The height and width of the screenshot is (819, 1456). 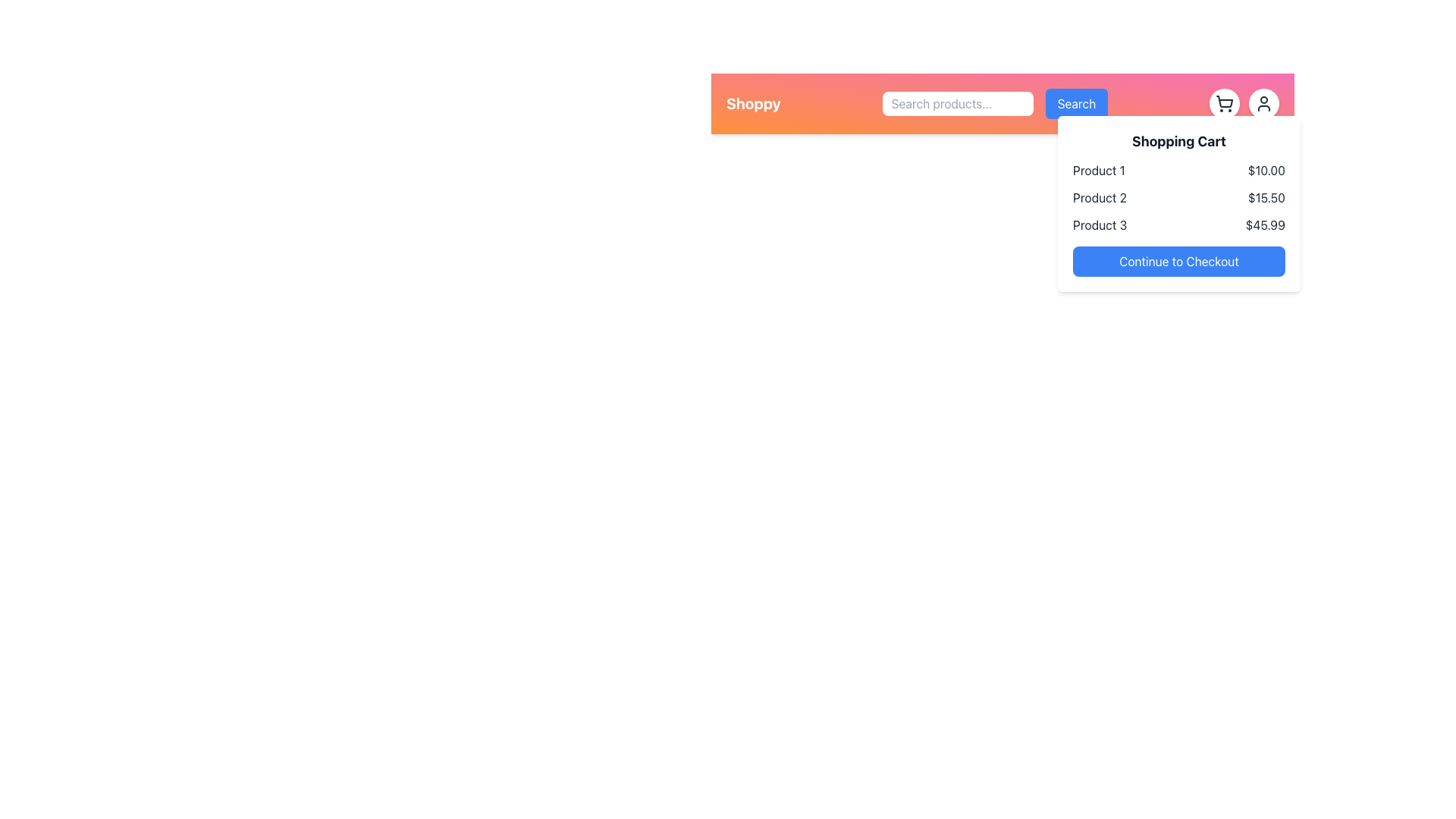 What do you see at coordinates (1224, 103) in the screenshot?
I see `the circular button with a white background and a dark gray shopping cart icon` at bounding box center [1224, 103].